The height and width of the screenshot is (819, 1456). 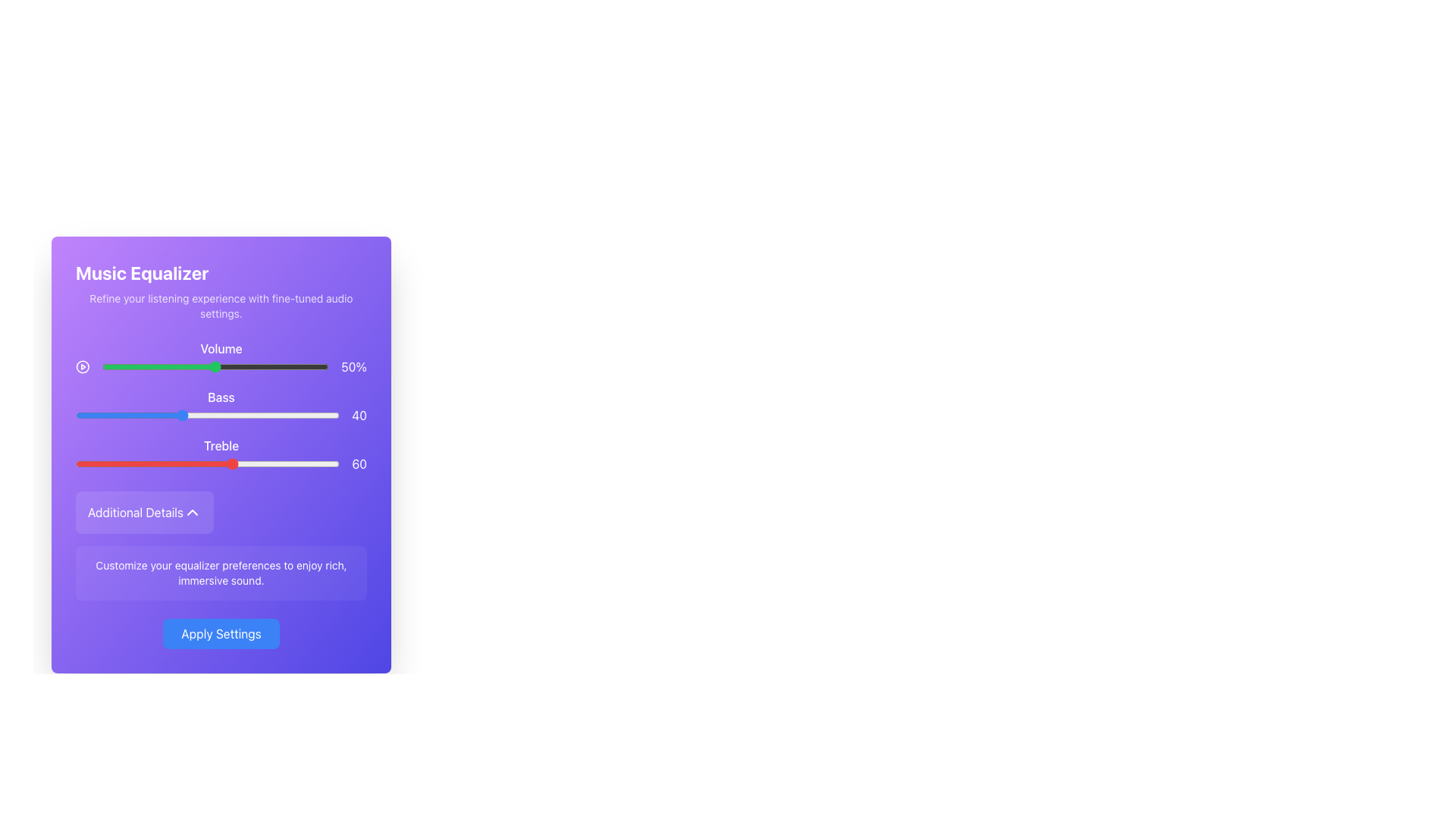 What do you see at coordinates (82, 366) in the screenshot?
I see `the Circular SVG Element, which is the outer ring of a circular play or pause button located in the upper-left region of the interface` at bounding box center [82, 366].